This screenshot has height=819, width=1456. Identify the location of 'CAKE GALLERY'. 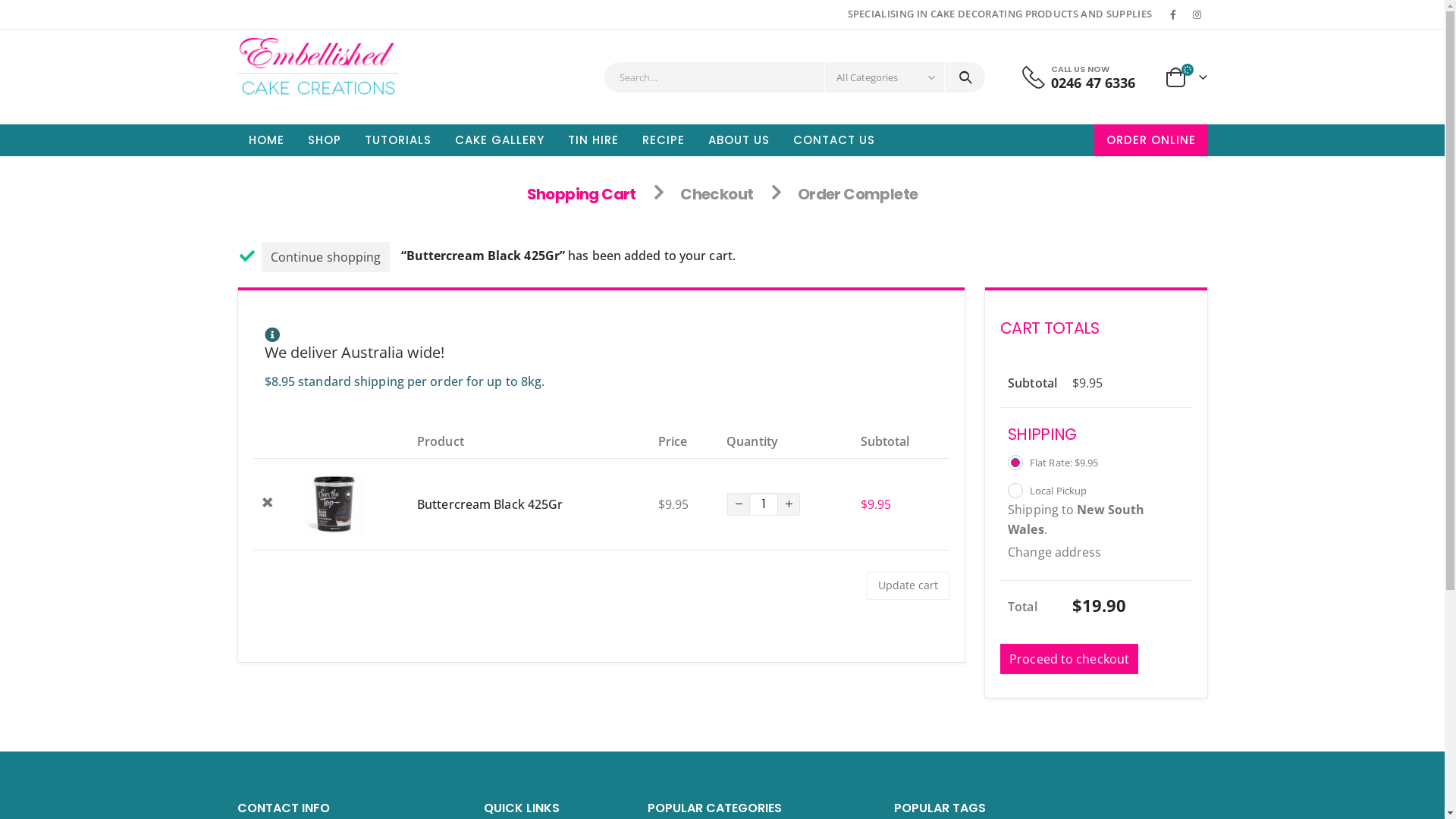
(498, 140).